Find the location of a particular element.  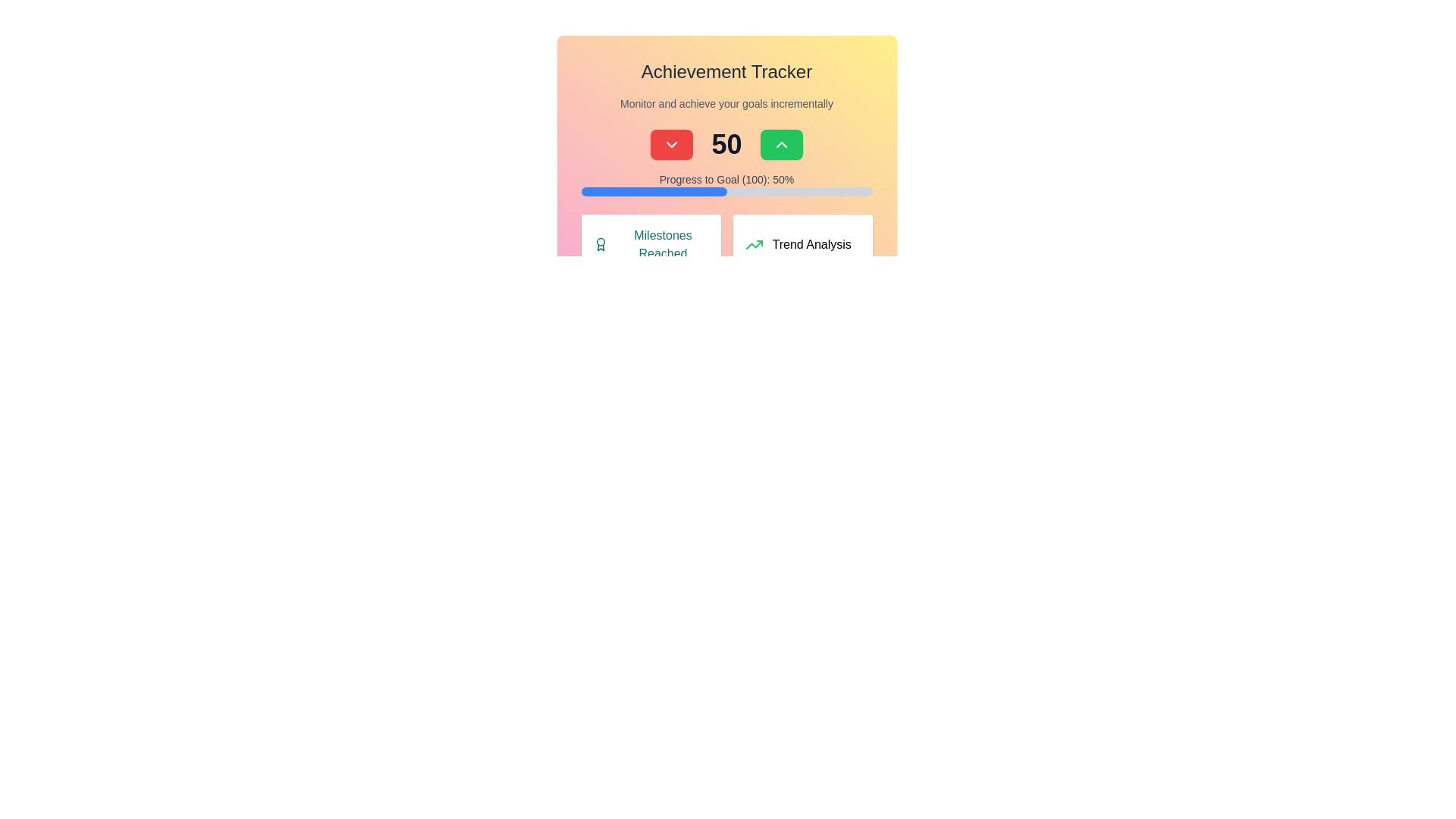

the blue progress bar that indicates 50% completion in the goal tracker interface, positioned below the text 'Progress to Goal (100): 50%' is located at coordinates (654, 191).